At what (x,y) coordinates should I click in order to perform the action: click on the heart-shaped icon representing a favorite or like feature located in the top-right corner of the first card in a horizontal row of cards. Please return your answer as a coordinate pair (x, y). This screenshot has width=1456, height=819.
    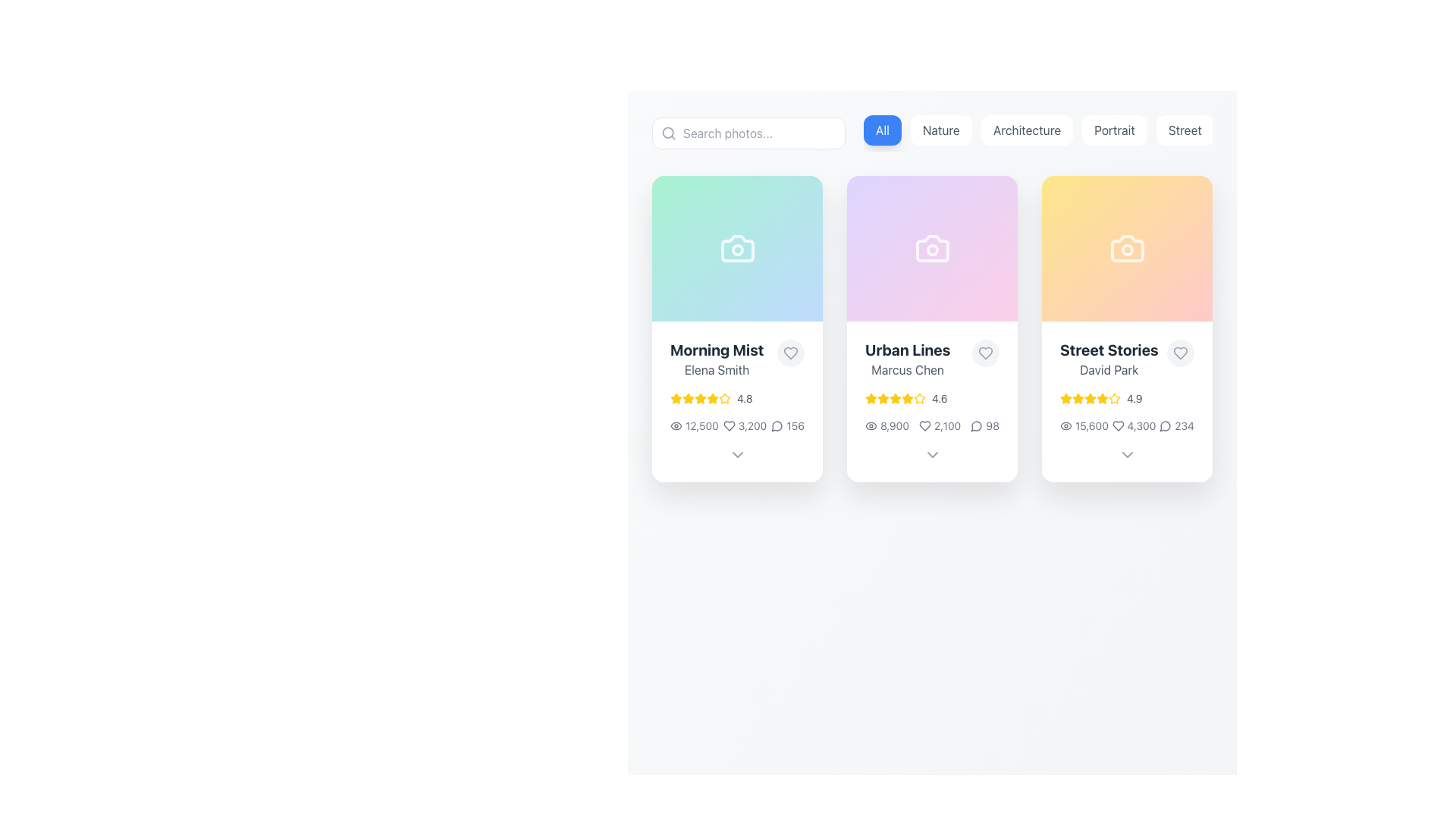
    Looking at the image, I should click on (789, 353).